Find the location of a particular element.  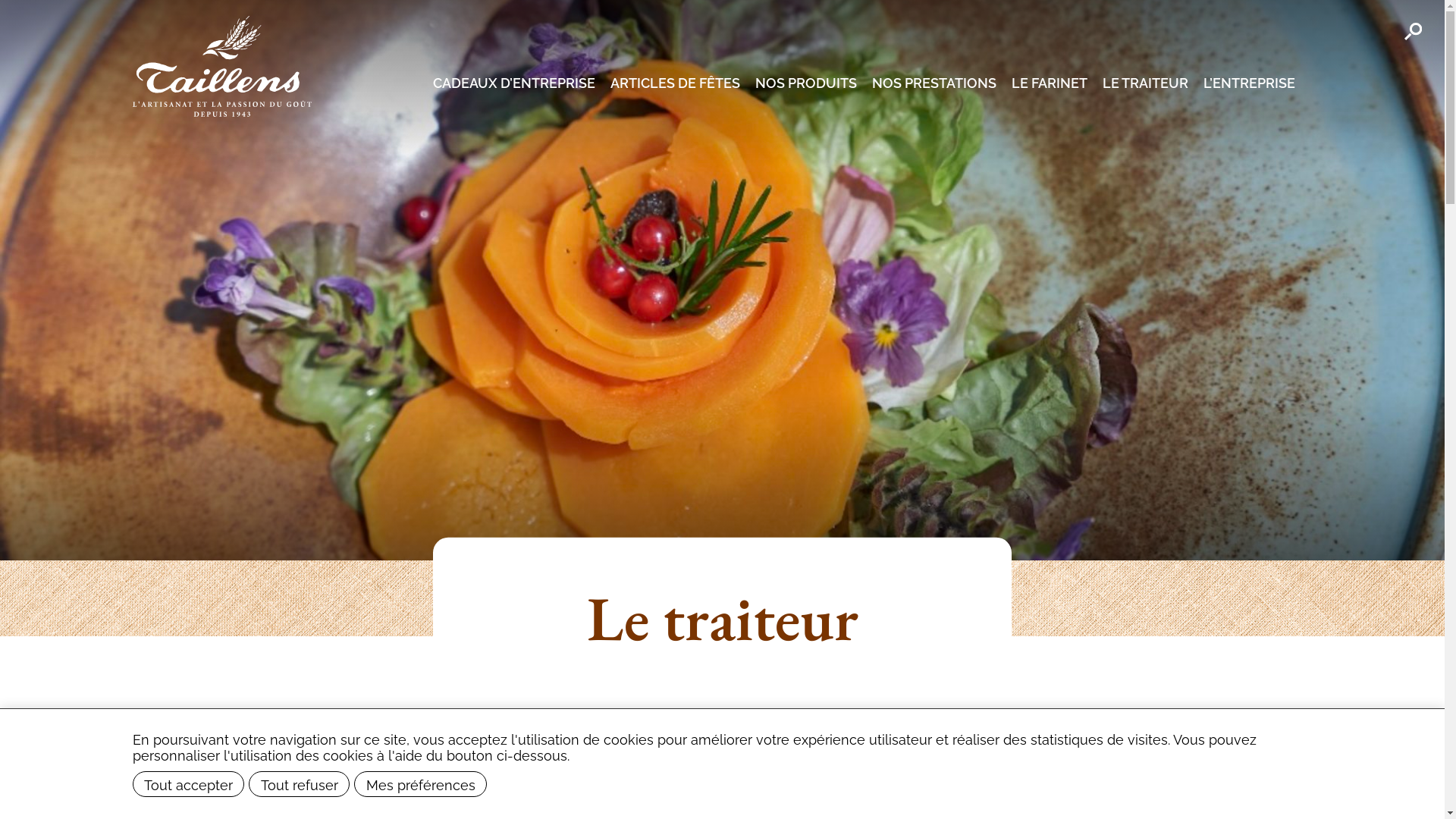

'Tout accepter' is located at coordinates (188, 783).